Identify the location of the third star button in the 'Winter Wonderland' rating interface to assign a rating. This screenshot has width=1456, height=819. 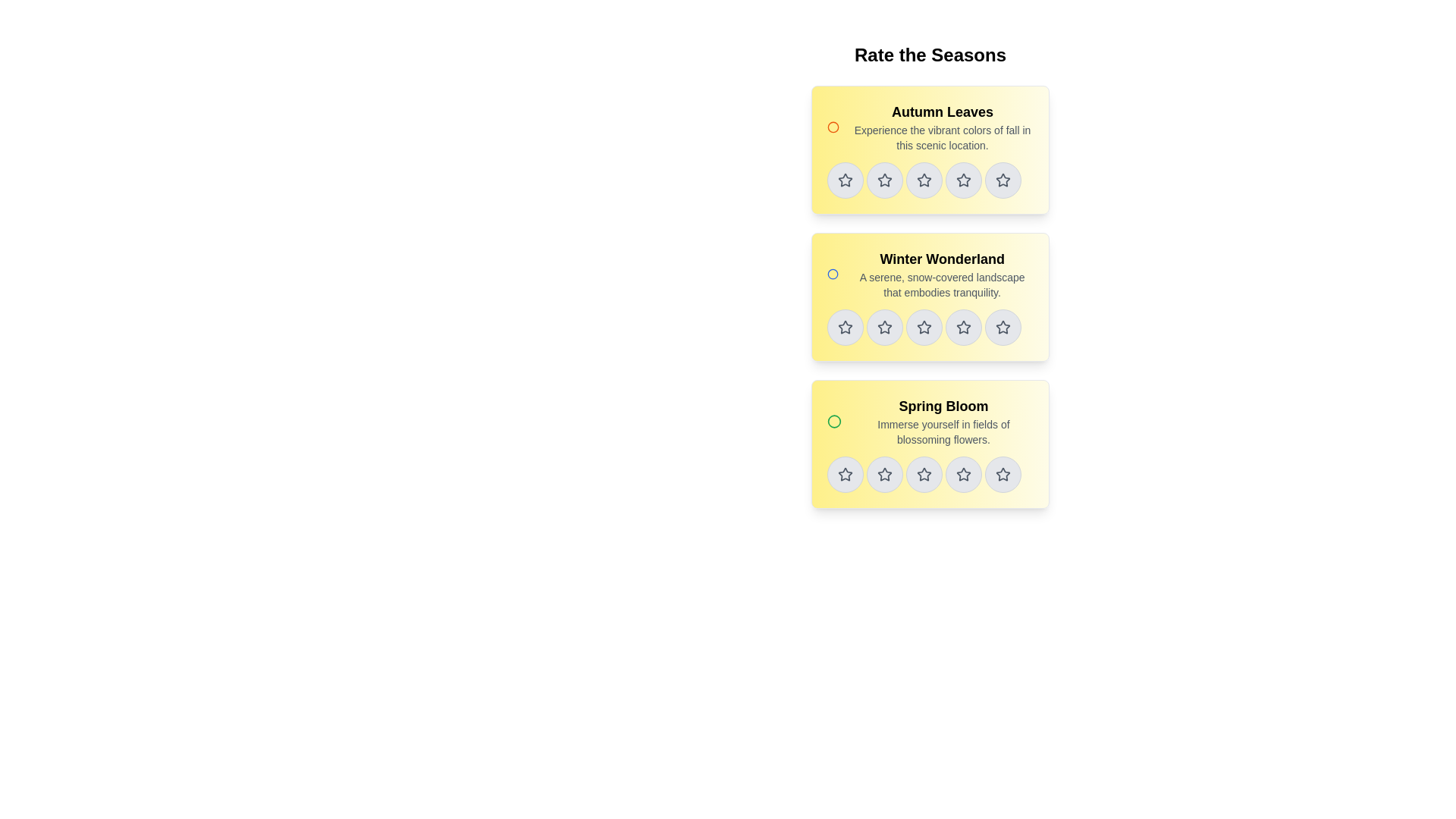
(924, 327).